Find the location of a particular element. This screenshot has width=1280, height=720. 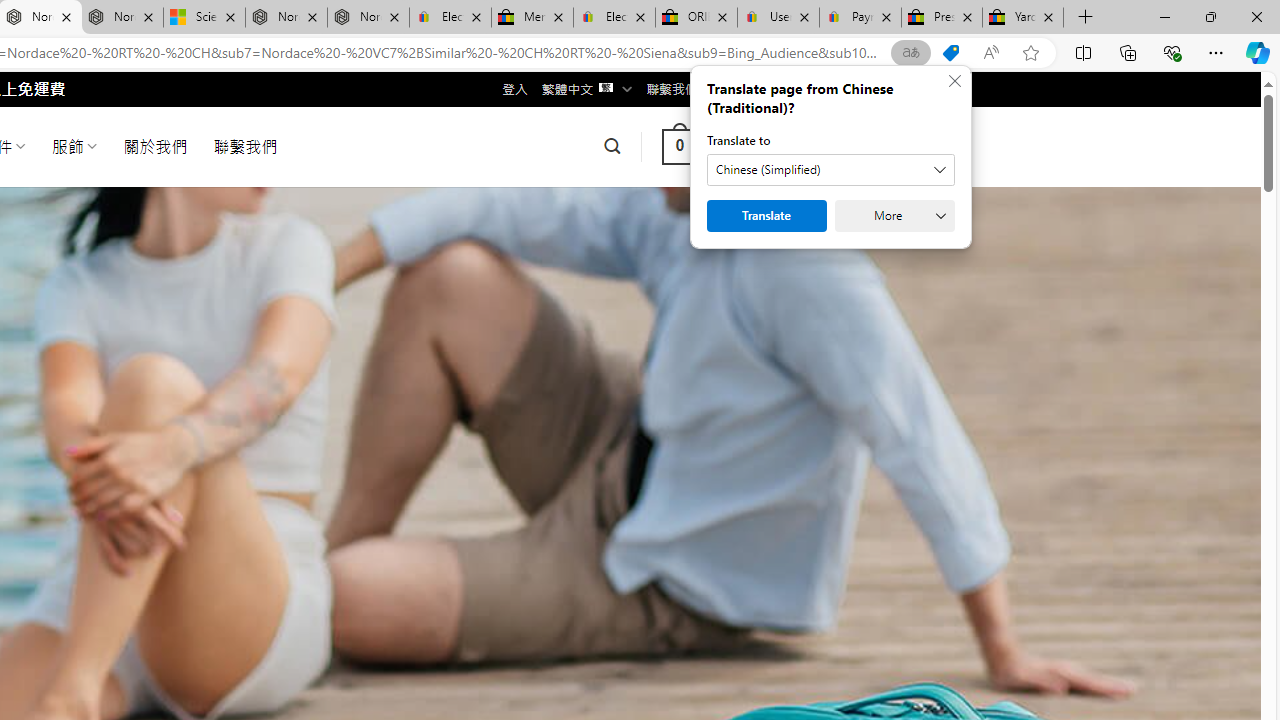

'Nordace - Summer Adventures 2024' is located at coordinates (285, 17).